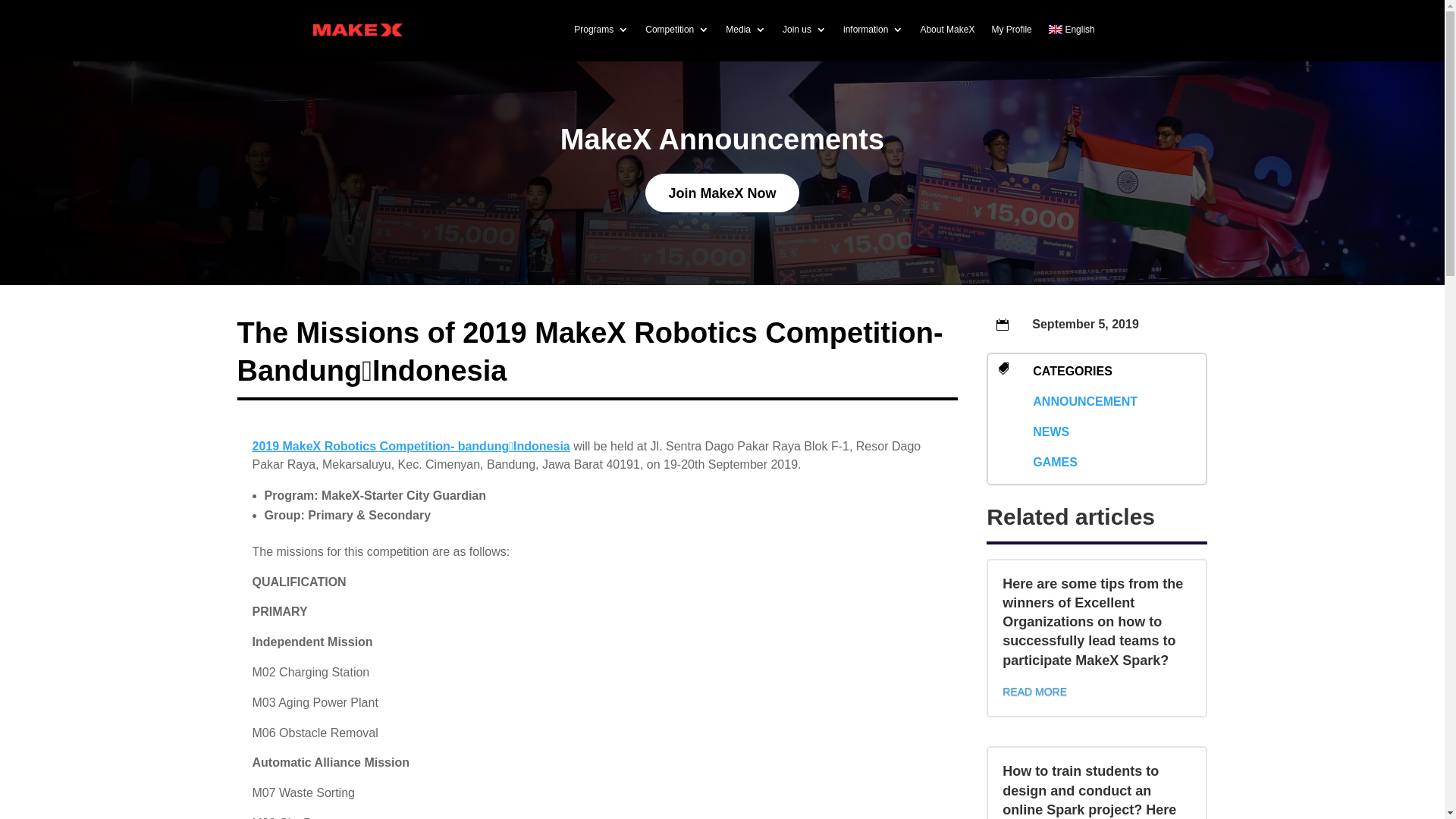  I want to click on 'About MakeX', so click(946, 29).